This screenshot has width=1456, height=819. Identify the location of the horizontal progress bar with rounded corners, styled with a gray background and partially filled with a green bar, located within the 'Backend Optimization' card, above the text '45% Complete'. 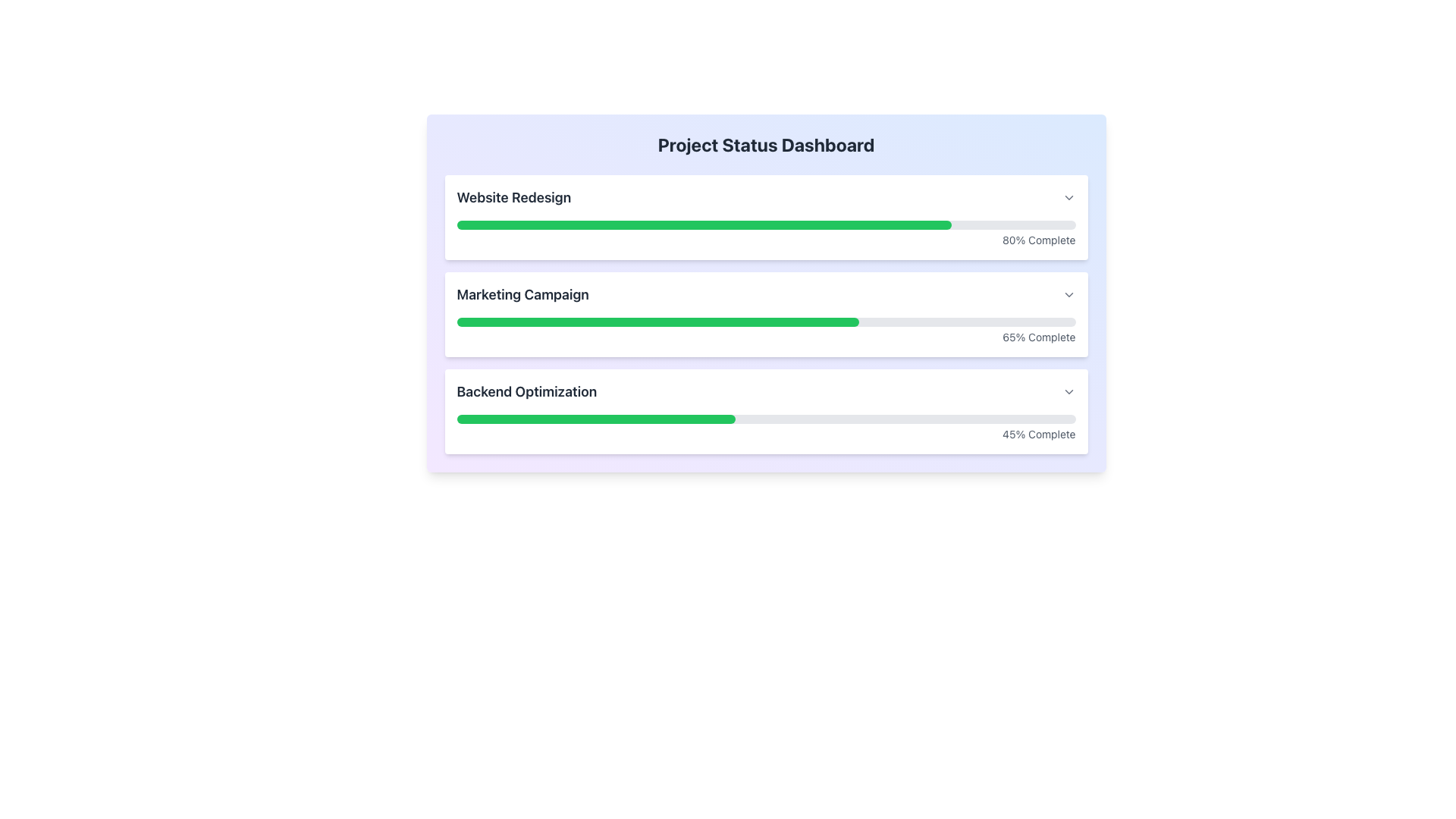
(766, 419).